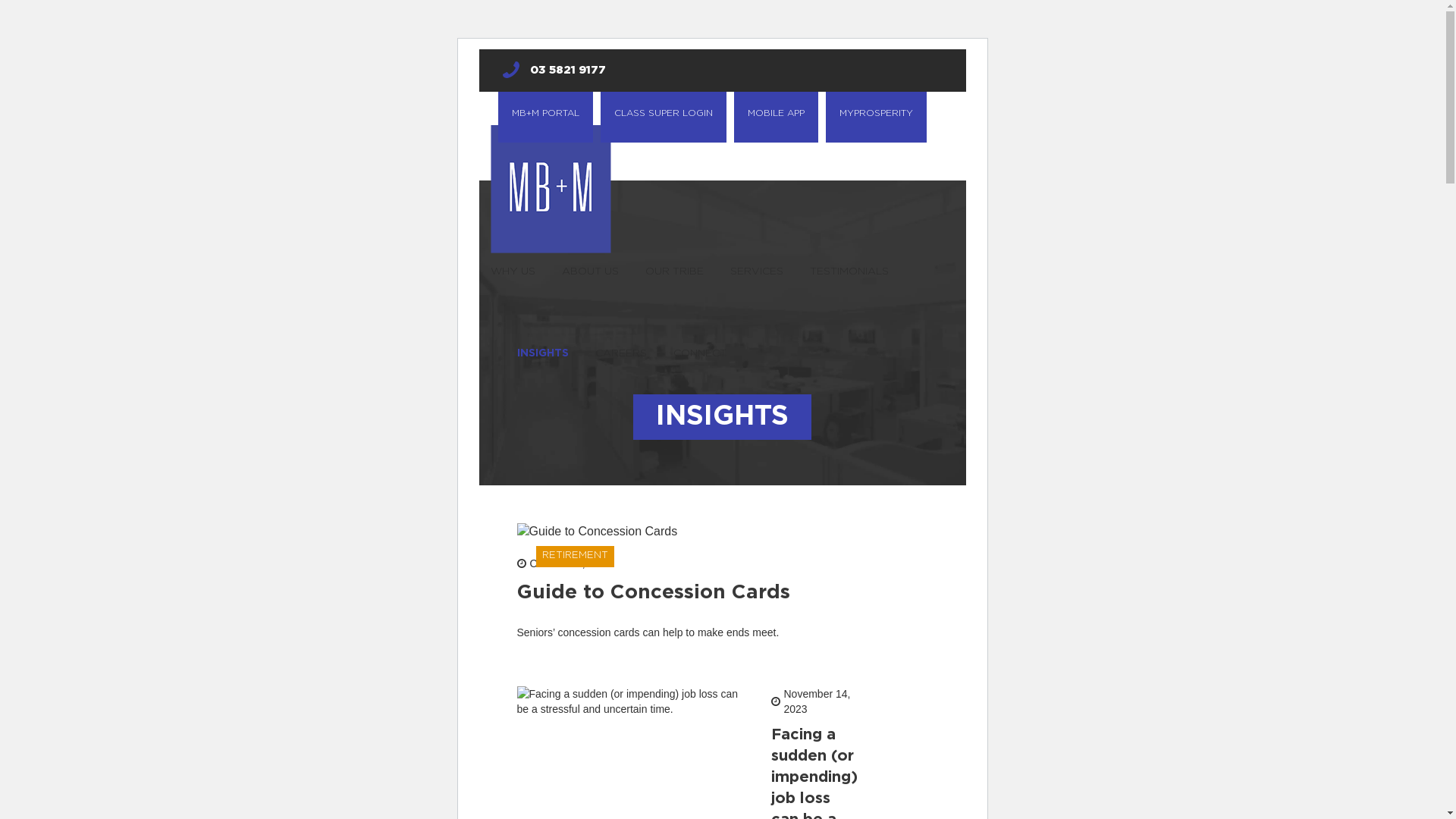 This screenshot has width=1456, height=819. I want to click on 'MYPROSPERITY', so click(875, 116).